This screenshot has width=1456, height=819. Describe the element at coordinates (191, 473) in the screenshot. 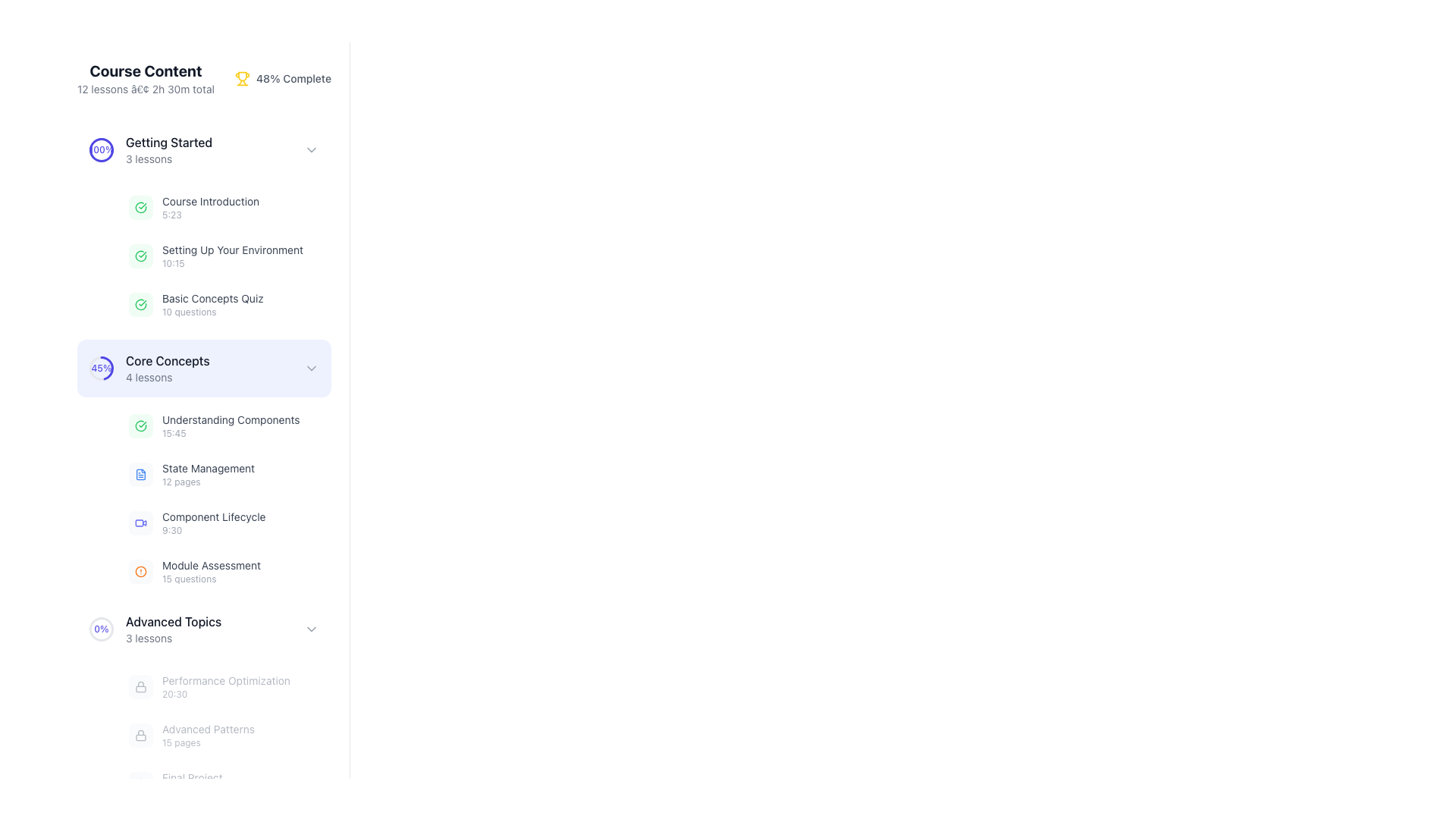

I see `the list item labeled 'State Management' which contains a blue document icon and is positioned as the second item in the 'Core Concepts' section` at that location.